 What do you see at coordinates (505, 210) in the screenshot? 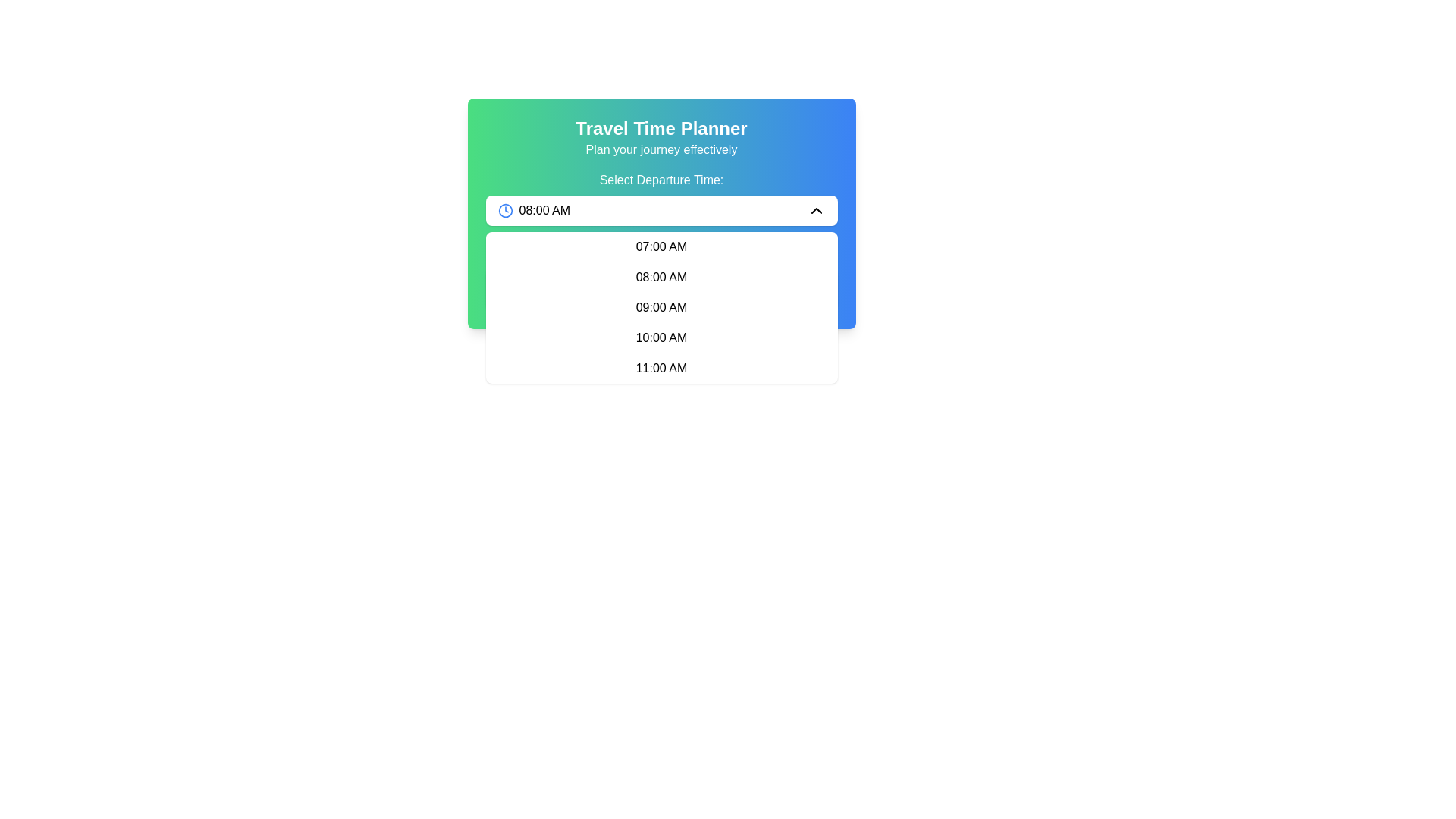
I see `the time icon located to the left of the text '08:00 AM' in the dropdown selection box labeled 'Select Departure Time'` at bounding box center [505, 210].